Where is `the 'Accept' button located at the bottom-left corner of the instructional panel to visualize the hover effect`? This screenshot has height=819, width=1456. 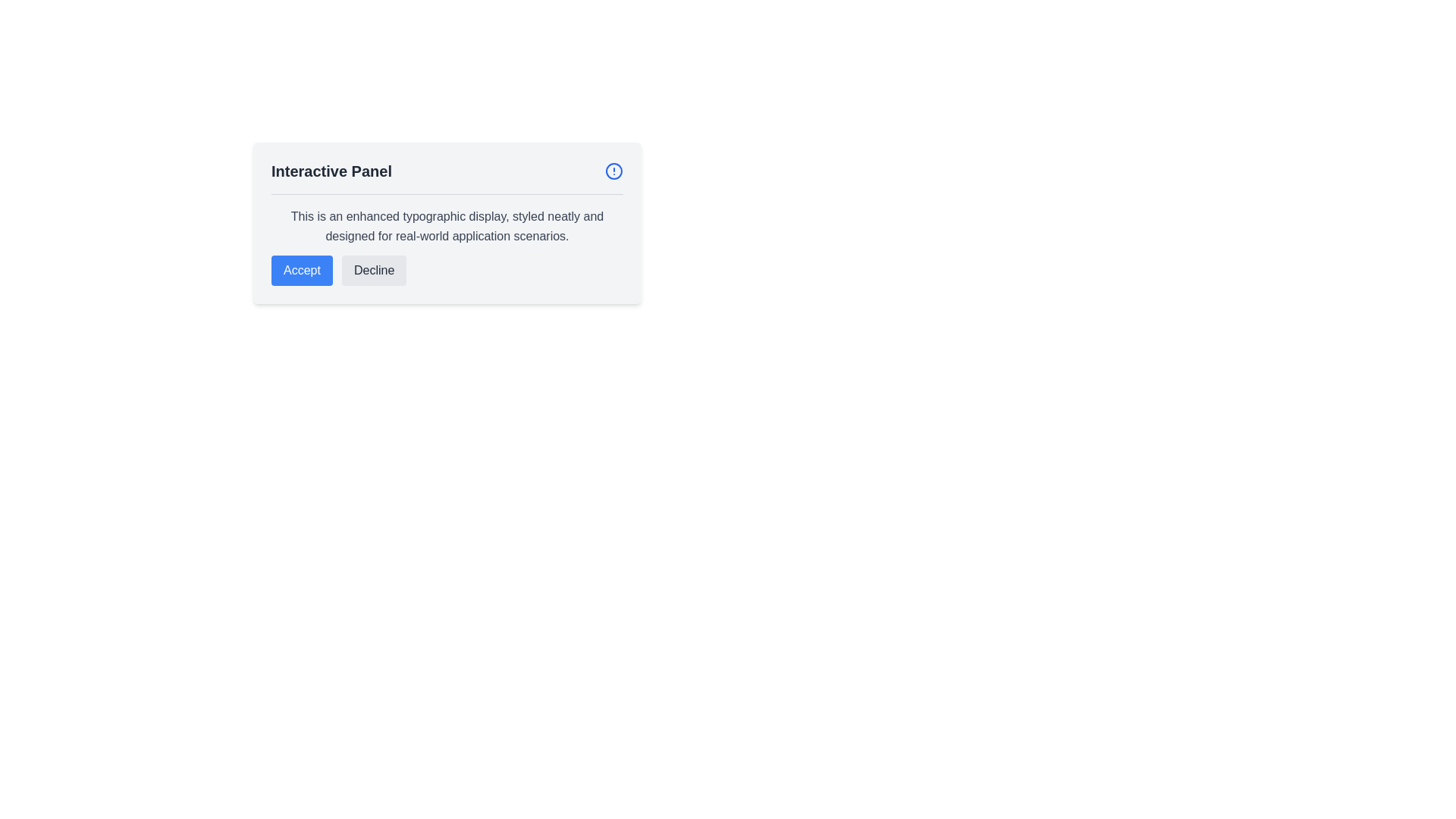 the 'Accept' button located at the bottom-left corner of the instructional panel to visualize the hover effect is located at coordinates (302, 270).